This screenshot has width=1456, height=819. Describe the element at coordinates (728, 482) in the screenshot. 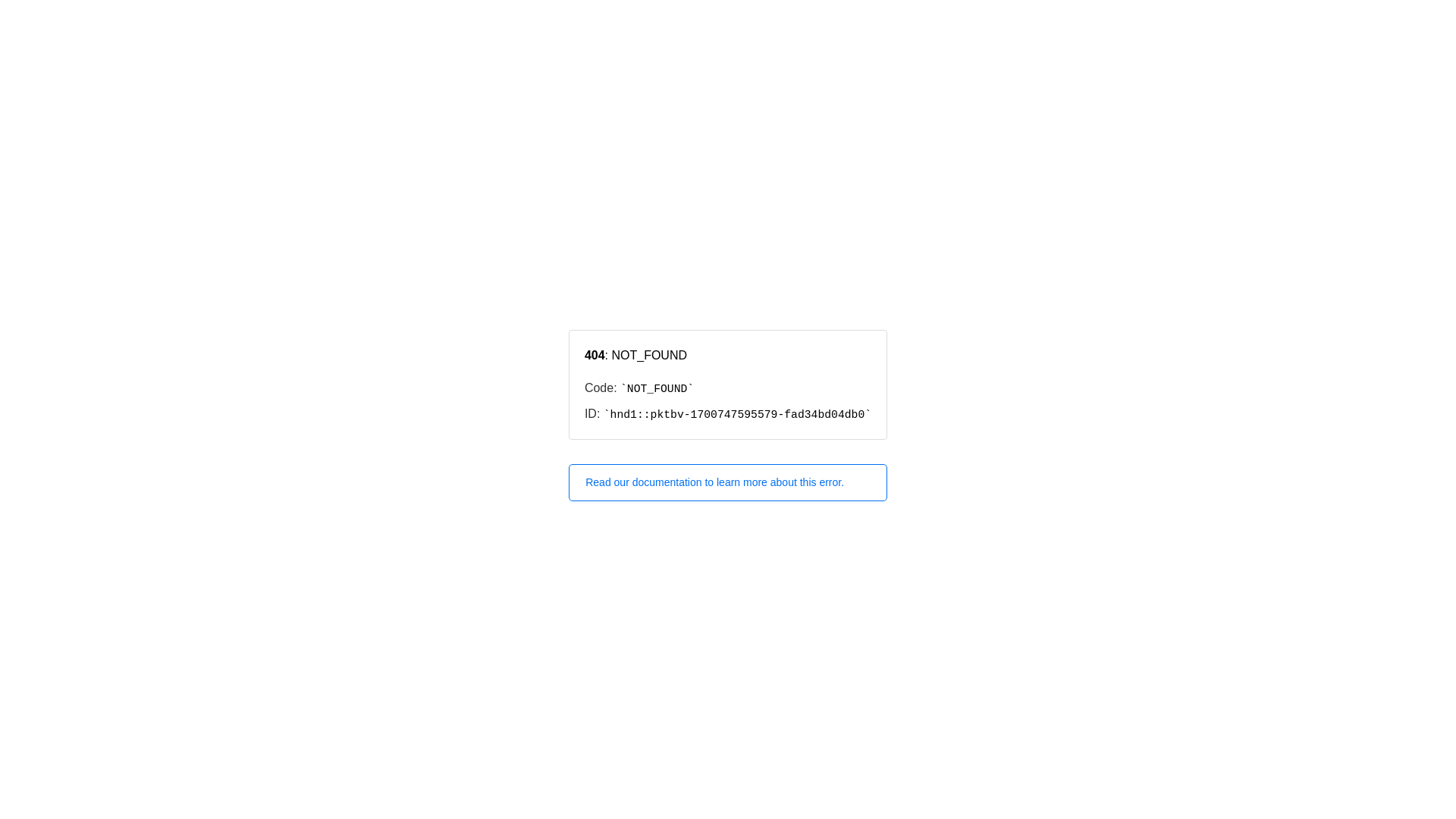

I see `'Read our documentation to learn more about this error.'` at that location.